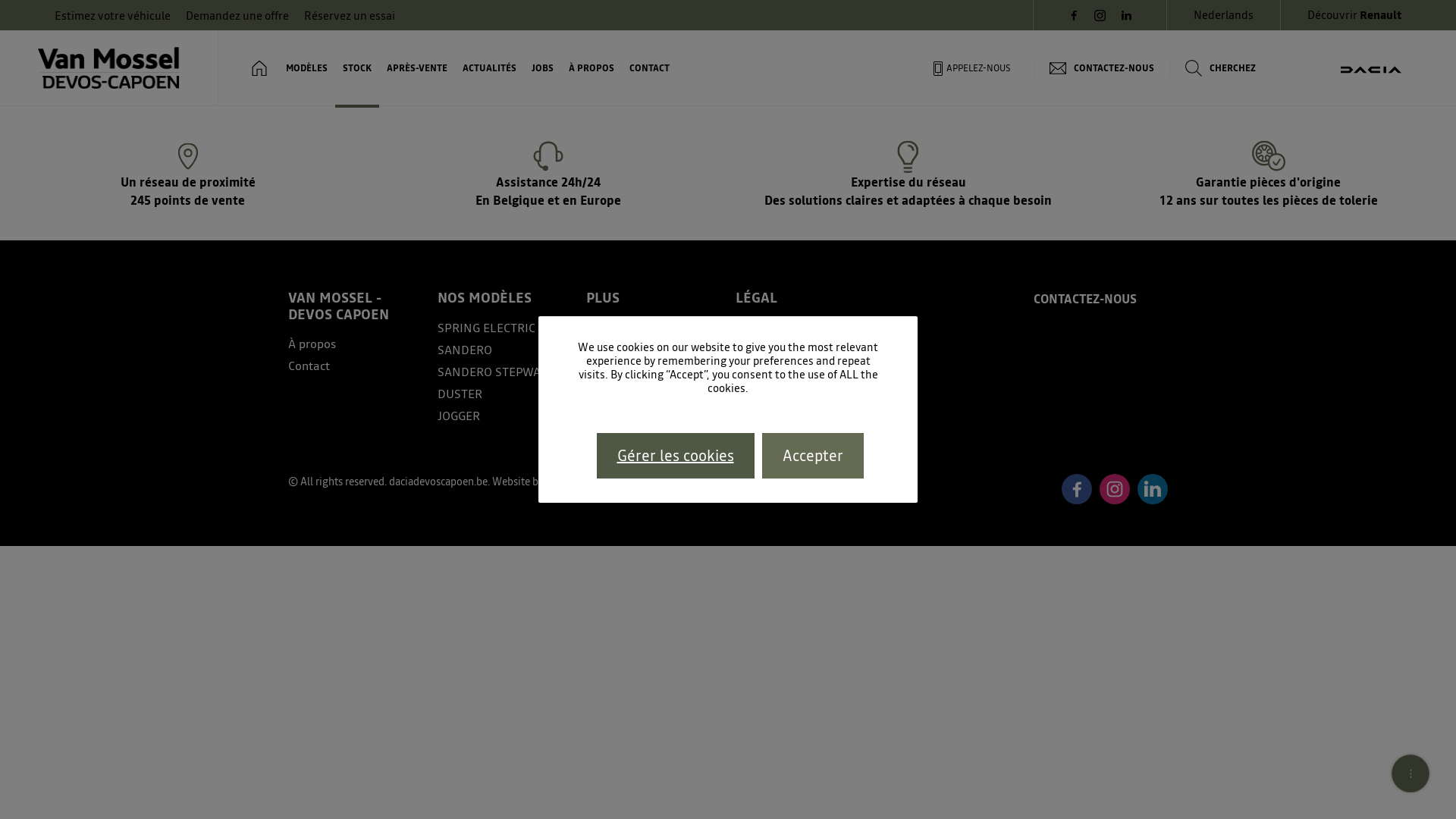 The width and height of the screenshot is (1456, 819). Describe the element at coordinates (1101, 67) in the screenshot. I see `'CONTACTEZ-NOUS'` at that location.